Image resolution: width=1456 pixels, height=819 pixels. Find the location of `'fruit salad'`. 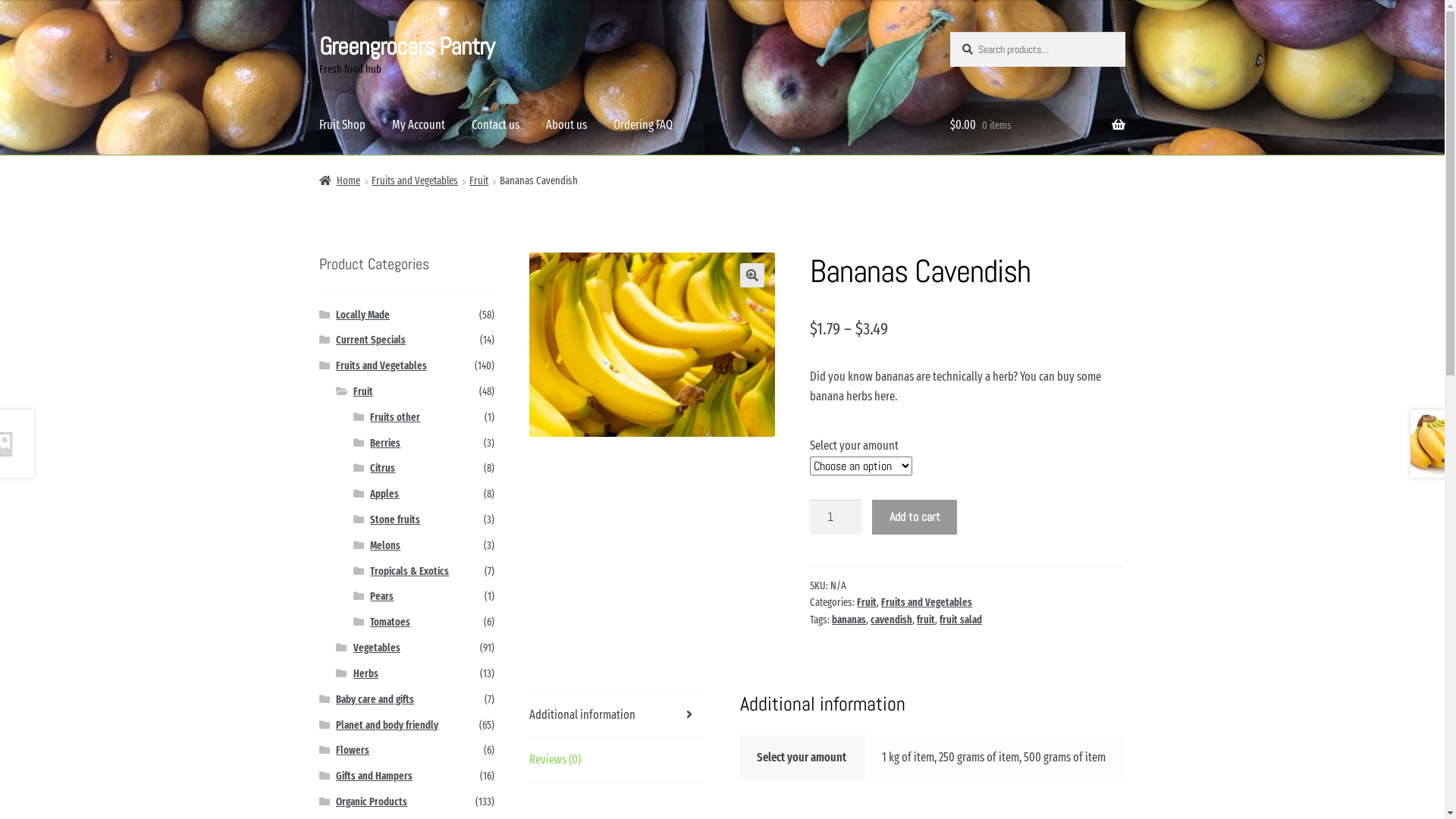

'fruit salad' is located at coordinates (938, 620).